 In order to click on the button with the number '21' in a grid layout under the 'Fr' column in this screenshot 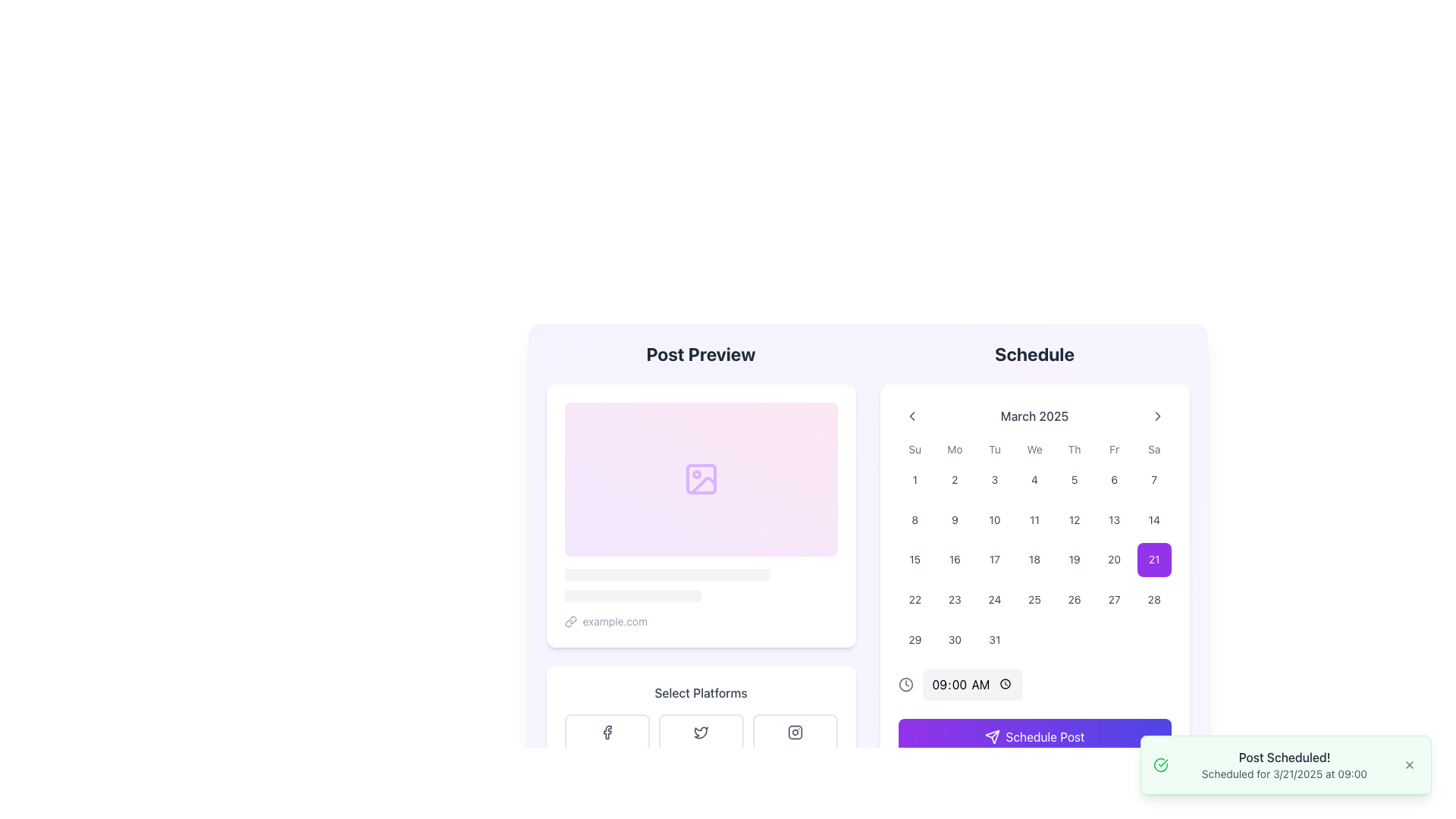, I will do `click(1153, 560)`.